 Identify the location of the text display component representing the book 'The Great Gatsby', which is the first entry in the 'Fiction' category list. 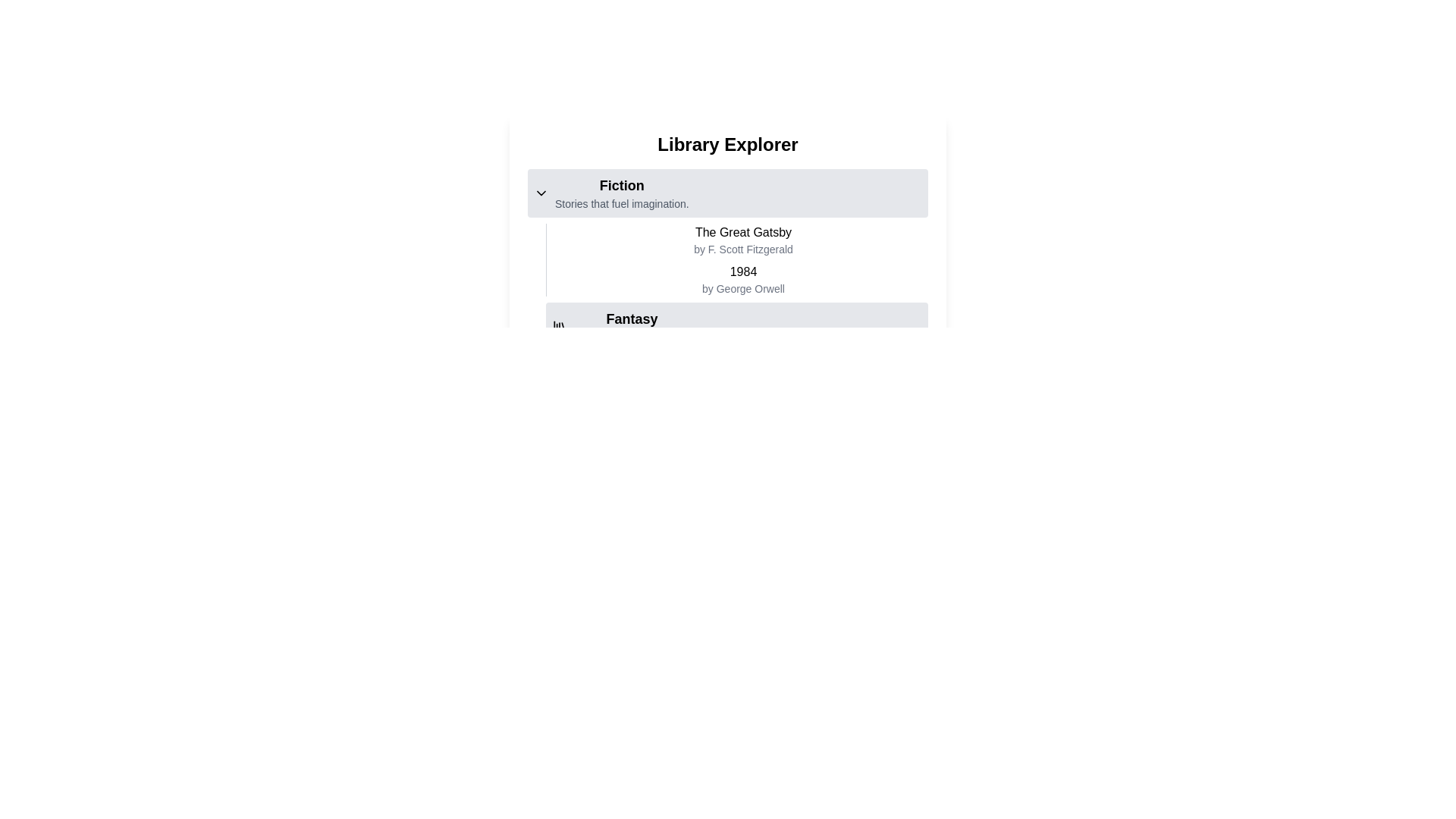
(743, 239).